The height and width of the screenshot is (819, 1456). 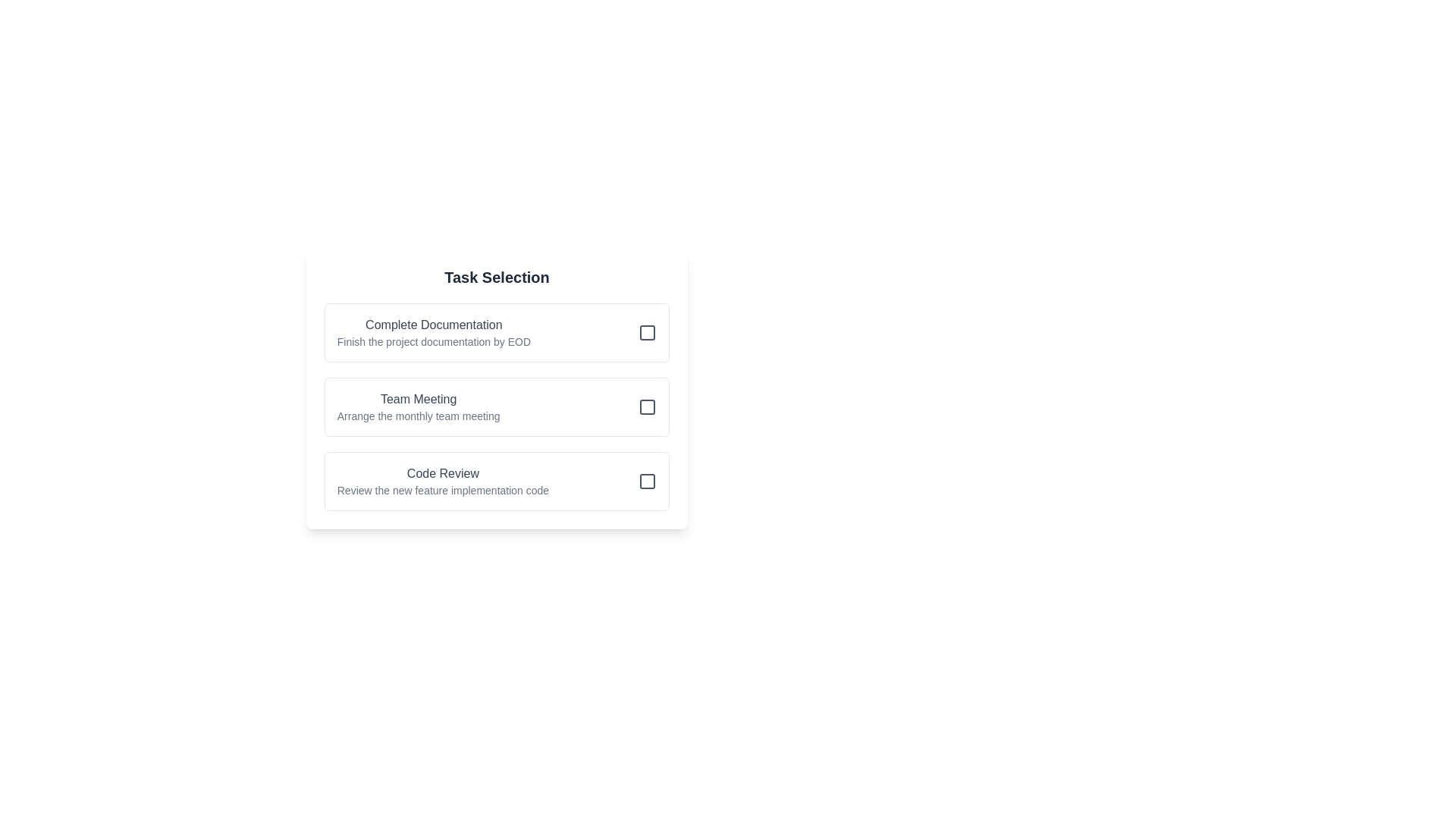 What do you see at coordinates (648, 332) in the screenshot?
I see `the red square icon with rounded corners next to the 'Complete Documentation' label` at bounding box center [648, 332].